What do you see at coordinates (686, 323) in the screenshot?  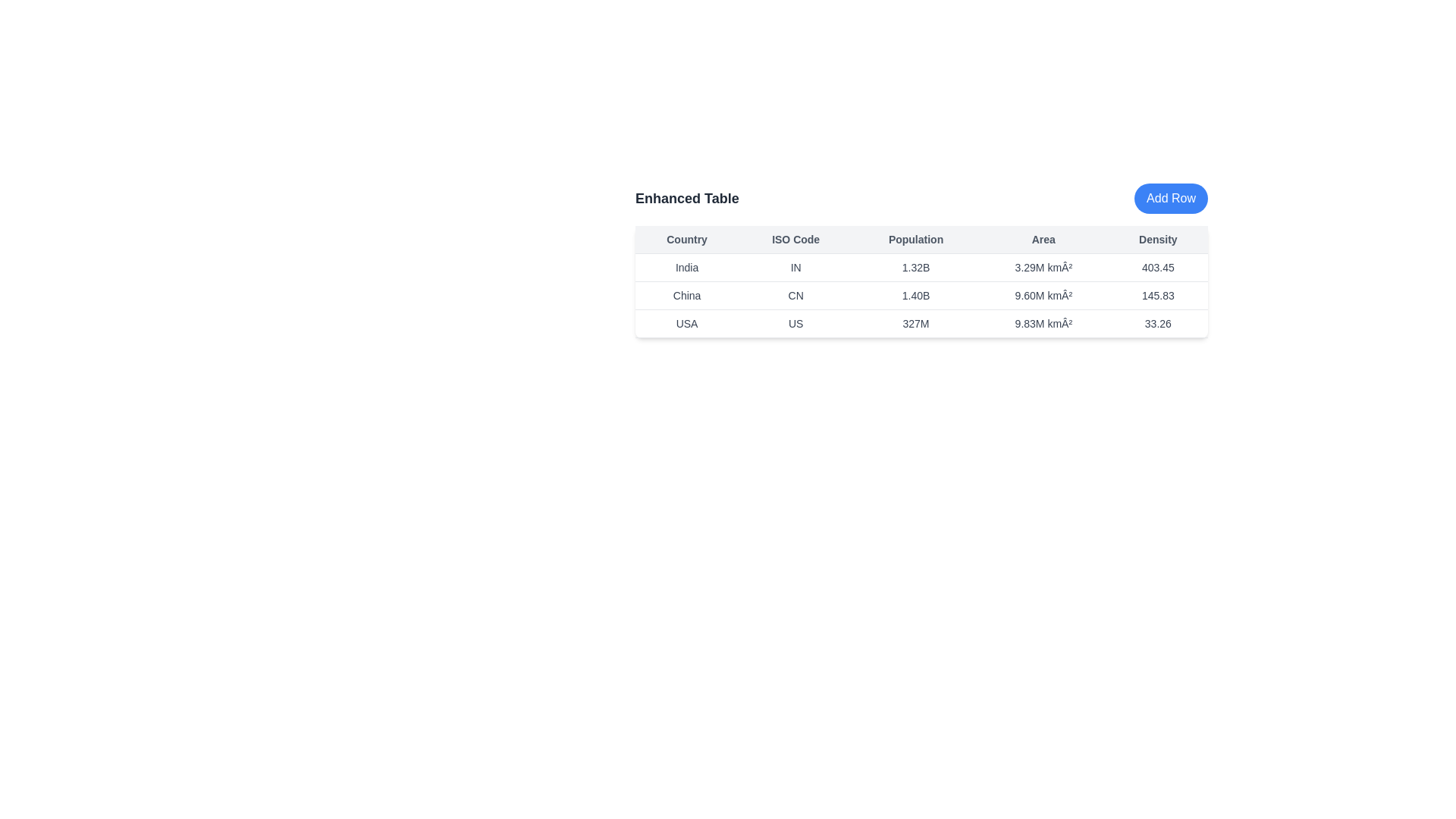 I see `the text element labeling the country, which is located in the bottom row of the data table under the 'Country' column` at bounding box center [686, 323].